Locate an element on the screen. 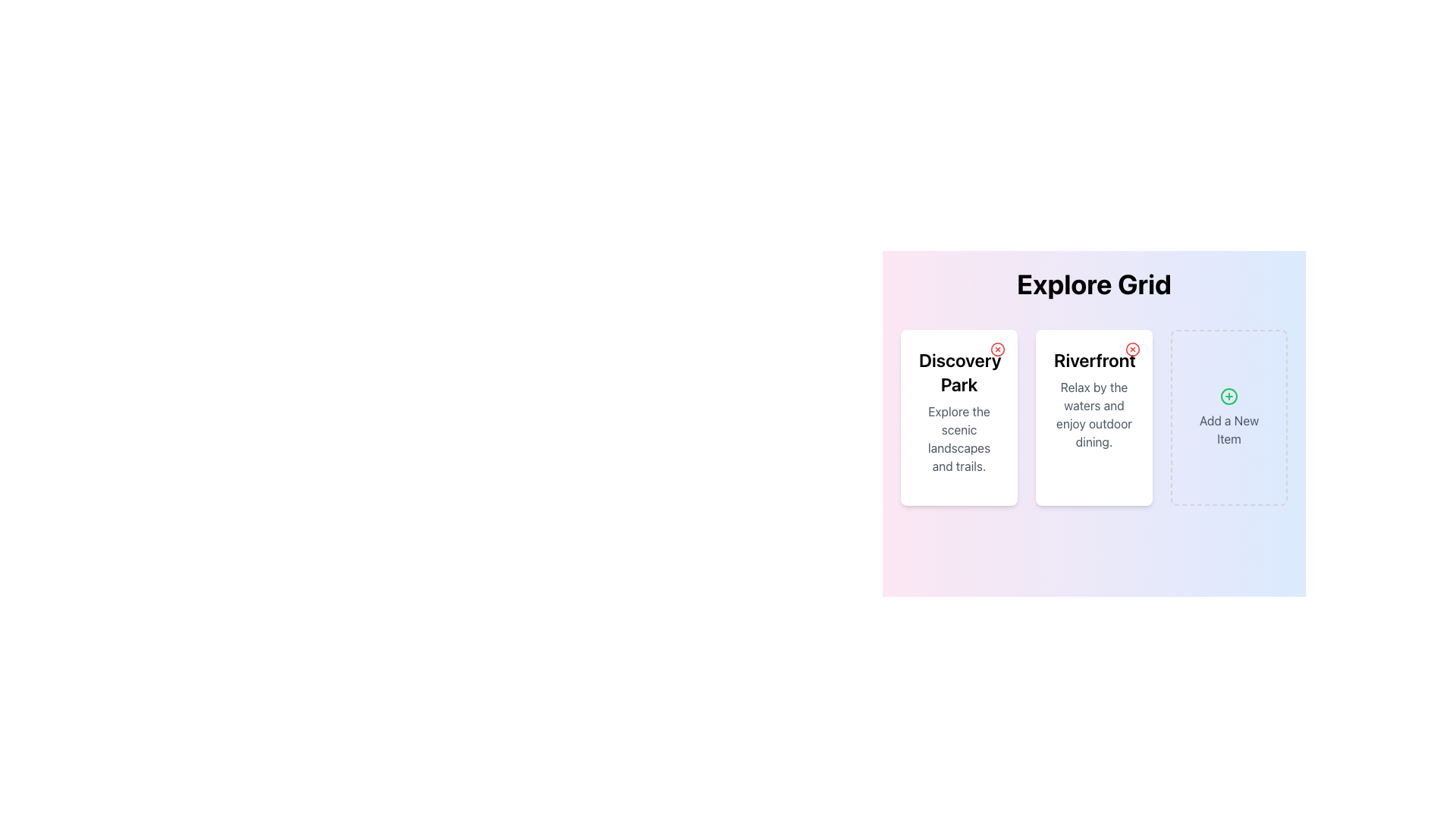  the heading or title text located in the upper half of the first card is located at coordinates (959, 372).